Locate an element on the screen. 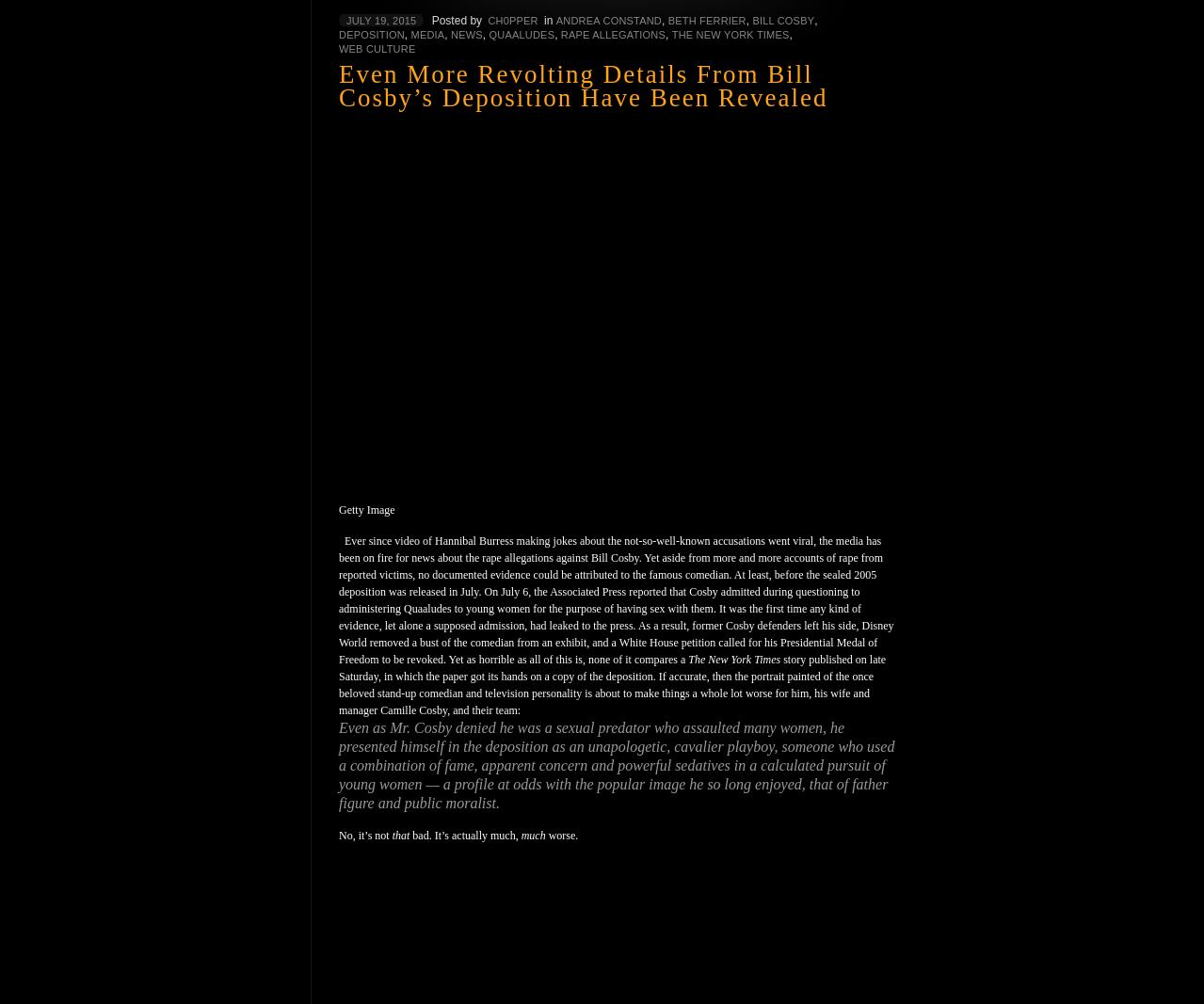 The width and height of the screenshot is (1204, 1004). 'Even More Revolting Details From Bill Cosby’s Deposition Have Been Revealed' is located at coordinates (583, 85).